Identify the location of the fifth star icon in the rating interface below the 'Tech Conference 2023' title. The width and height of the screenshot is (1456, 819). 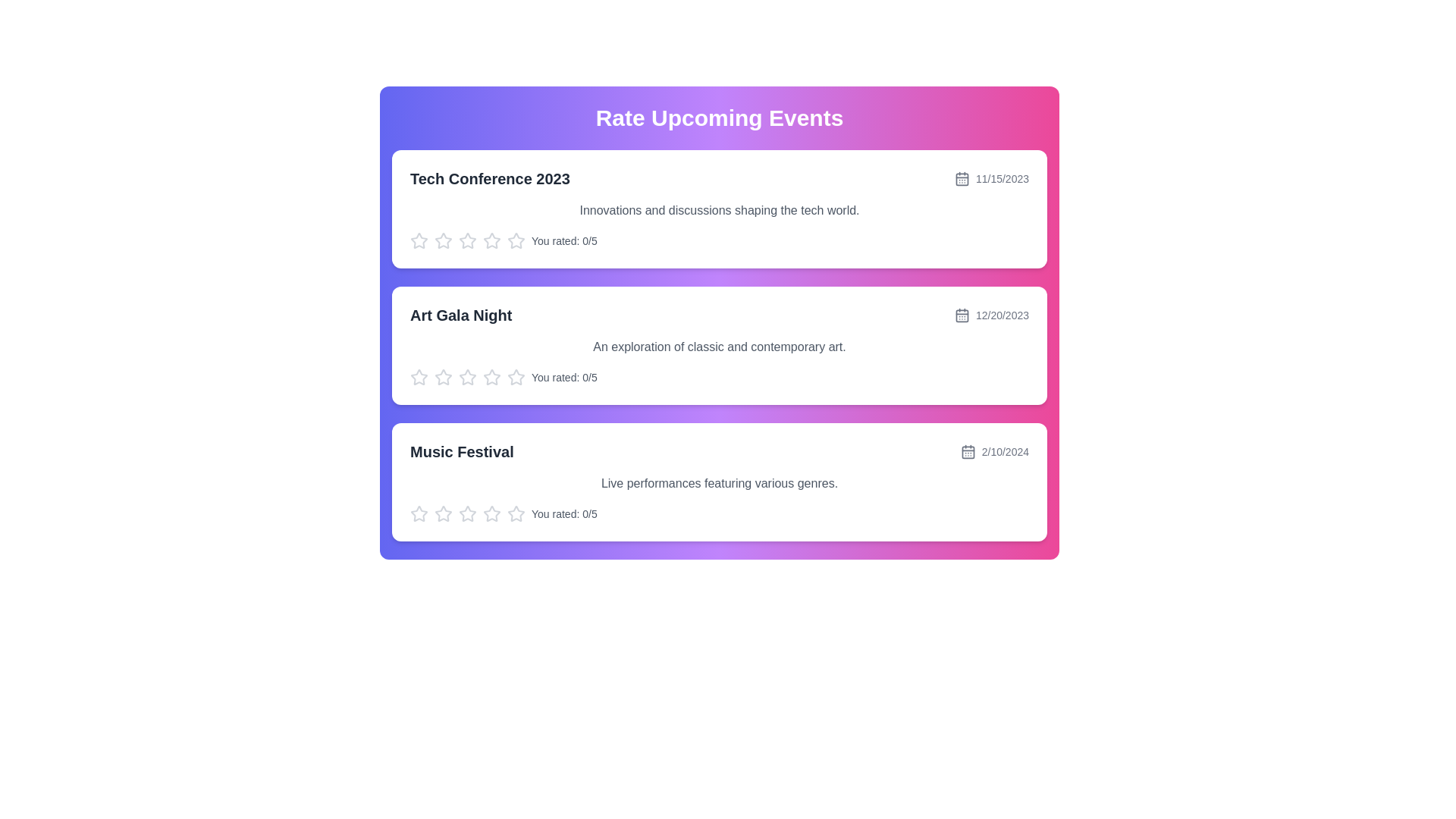
(491, 240).